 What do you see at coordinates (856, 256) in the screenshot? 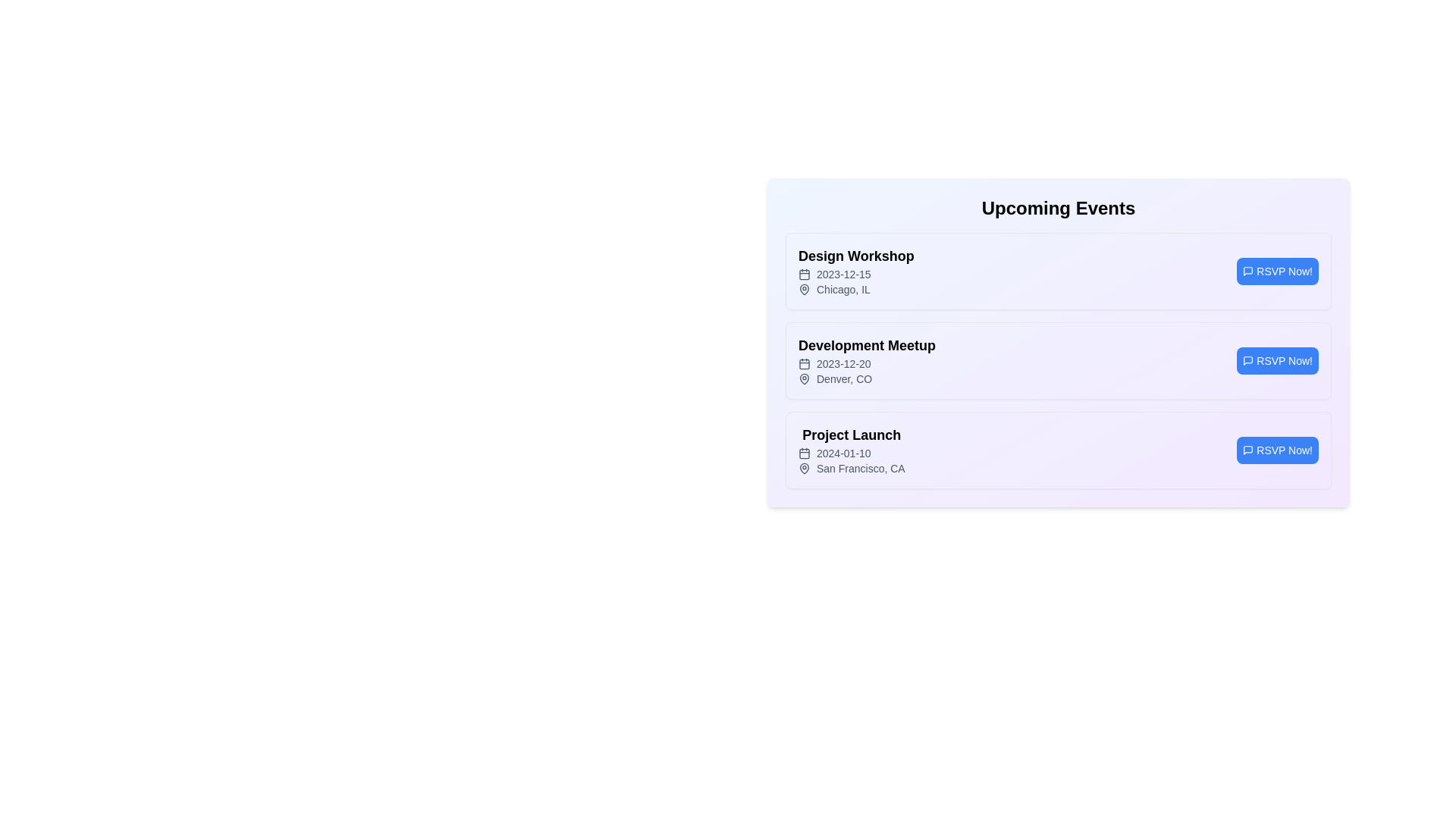
I see `the metadata of the event titled Design Workshop` at bounding box center [856, 256].